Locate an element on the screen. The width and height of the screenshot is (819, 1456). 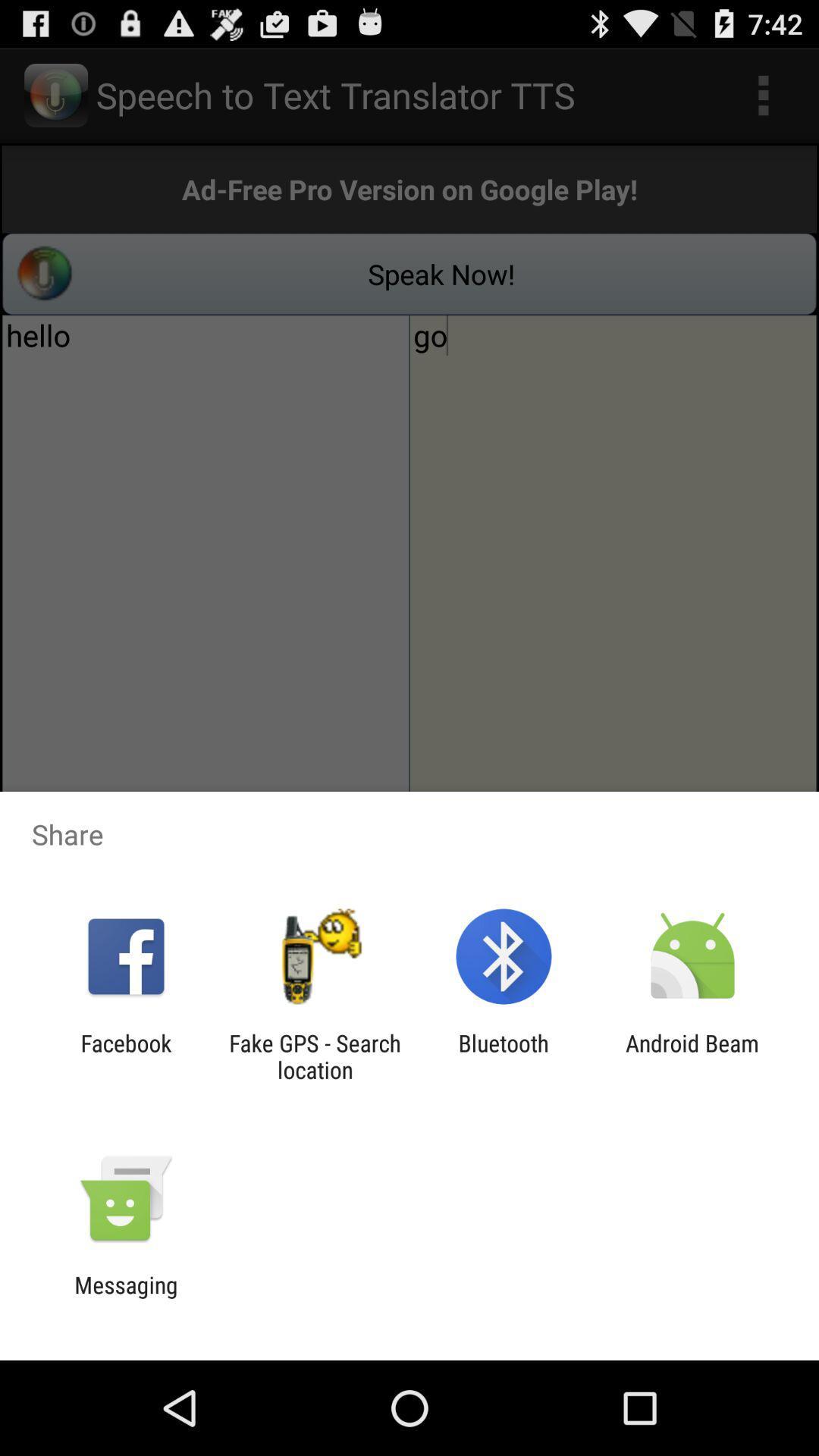
app at the bottom right corner is located at coordinates (692, 1056).